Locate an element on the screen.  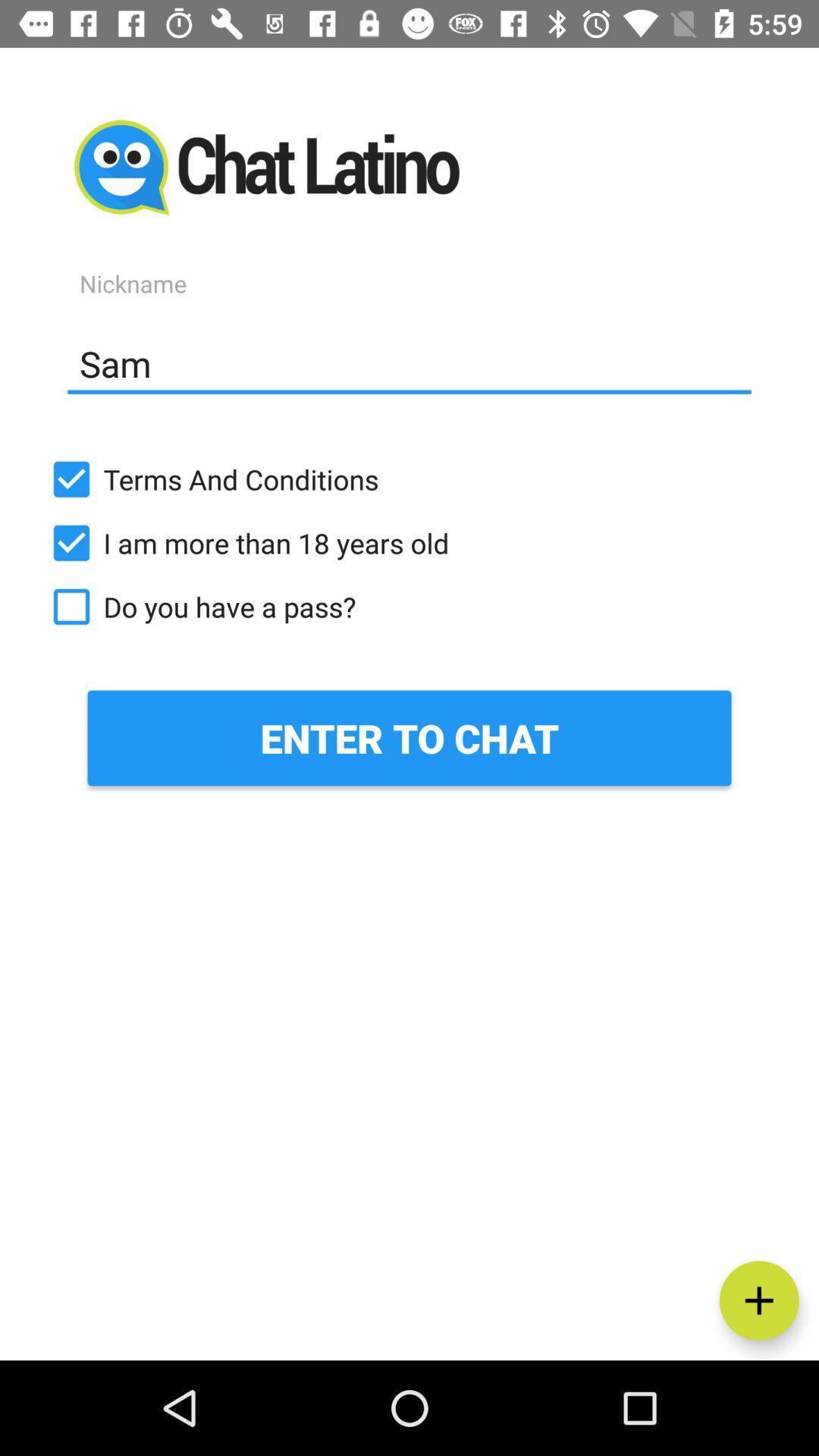
the i am more item is located at coordinates (409, 543).